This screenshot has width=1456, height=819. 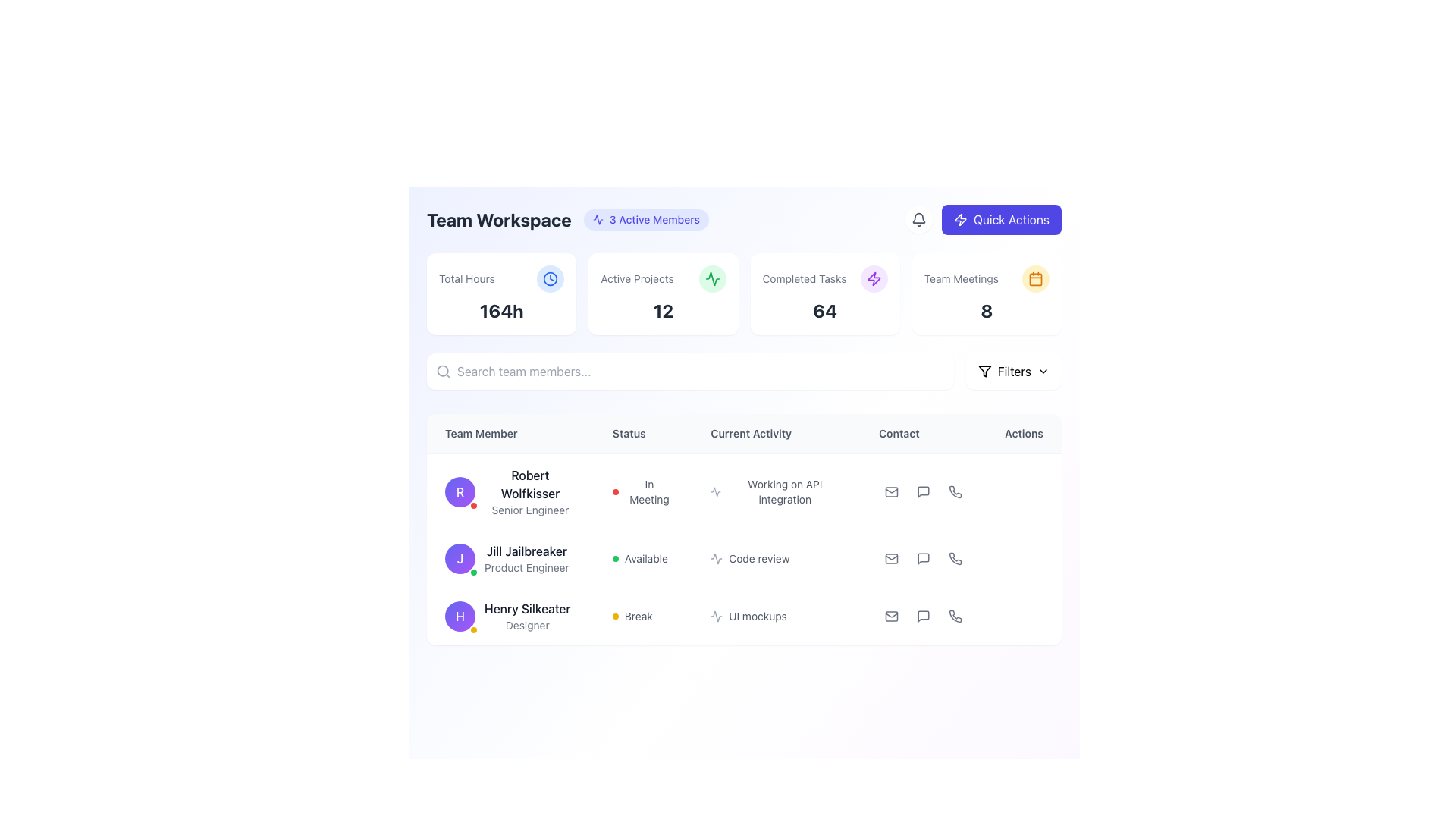 What do you see at coordinates (955, 558) in the screenshot?
I see `the phone icon with a grayscale appearance located in the 'Actions' column of the second row associated with the user 'Jill Jailbreaker' to gain additional information` at bounding box center [955, 558].